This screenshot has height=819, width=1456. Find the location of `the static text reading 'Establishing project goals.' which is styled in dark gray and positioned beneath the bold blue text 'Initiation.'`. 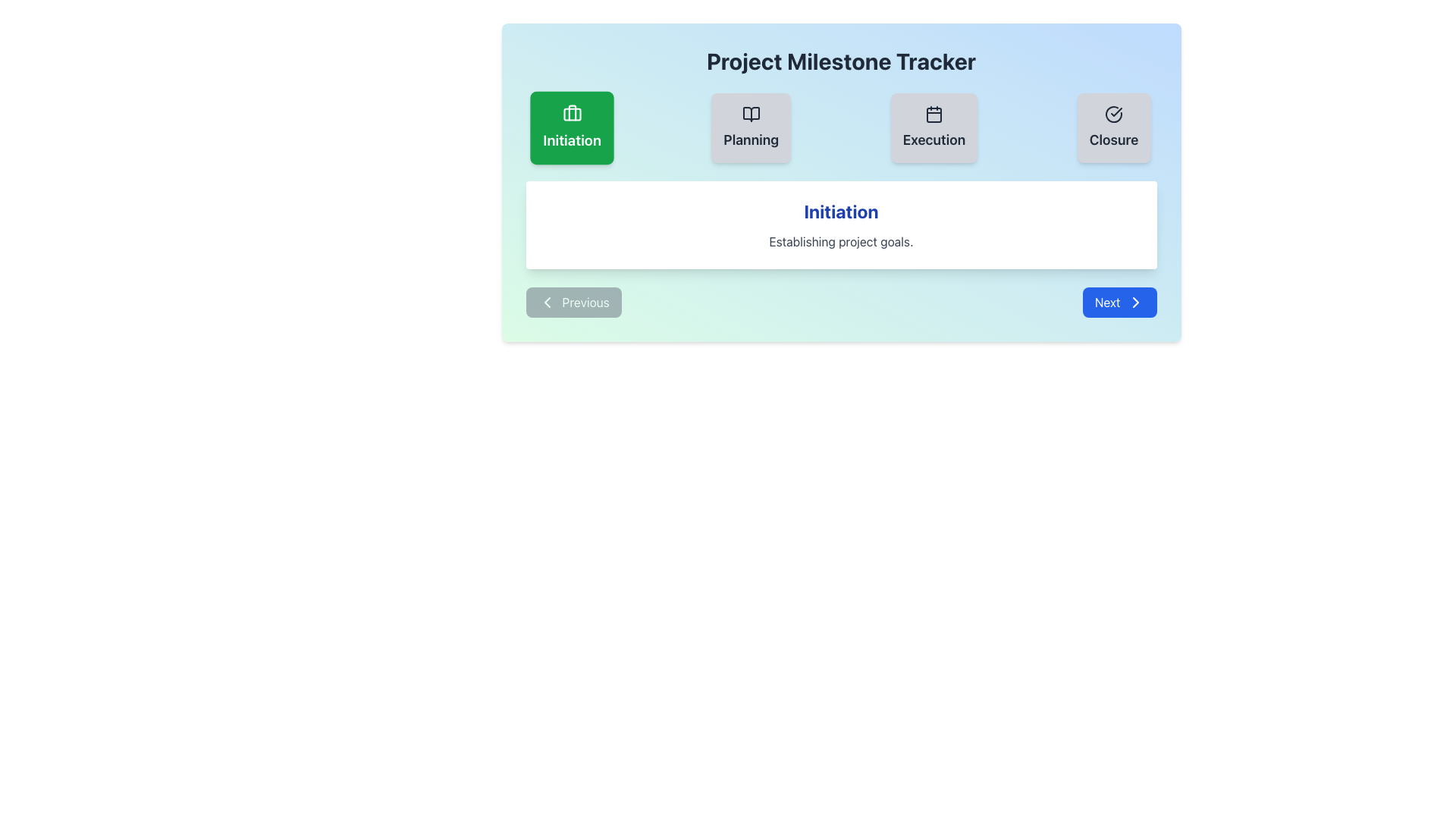

the static text reading 'Establishing project goals.' which is styled in dark gray and positioned beneath the bold blue text 'Initiation.' is located at coordinates (840, 241).